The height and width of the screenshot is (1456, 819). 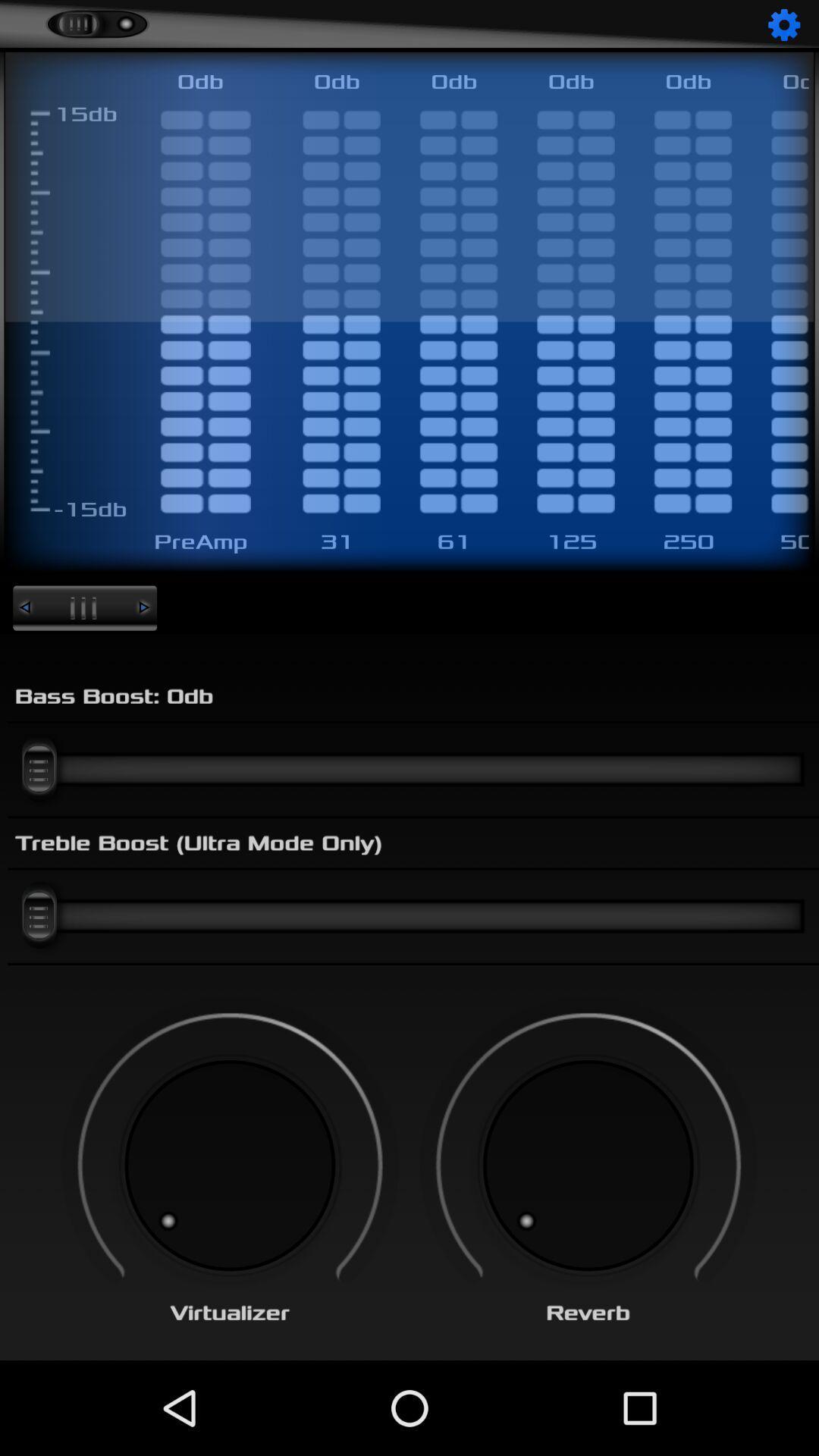 I want to click on reverb, so click(x=587, y=1165).